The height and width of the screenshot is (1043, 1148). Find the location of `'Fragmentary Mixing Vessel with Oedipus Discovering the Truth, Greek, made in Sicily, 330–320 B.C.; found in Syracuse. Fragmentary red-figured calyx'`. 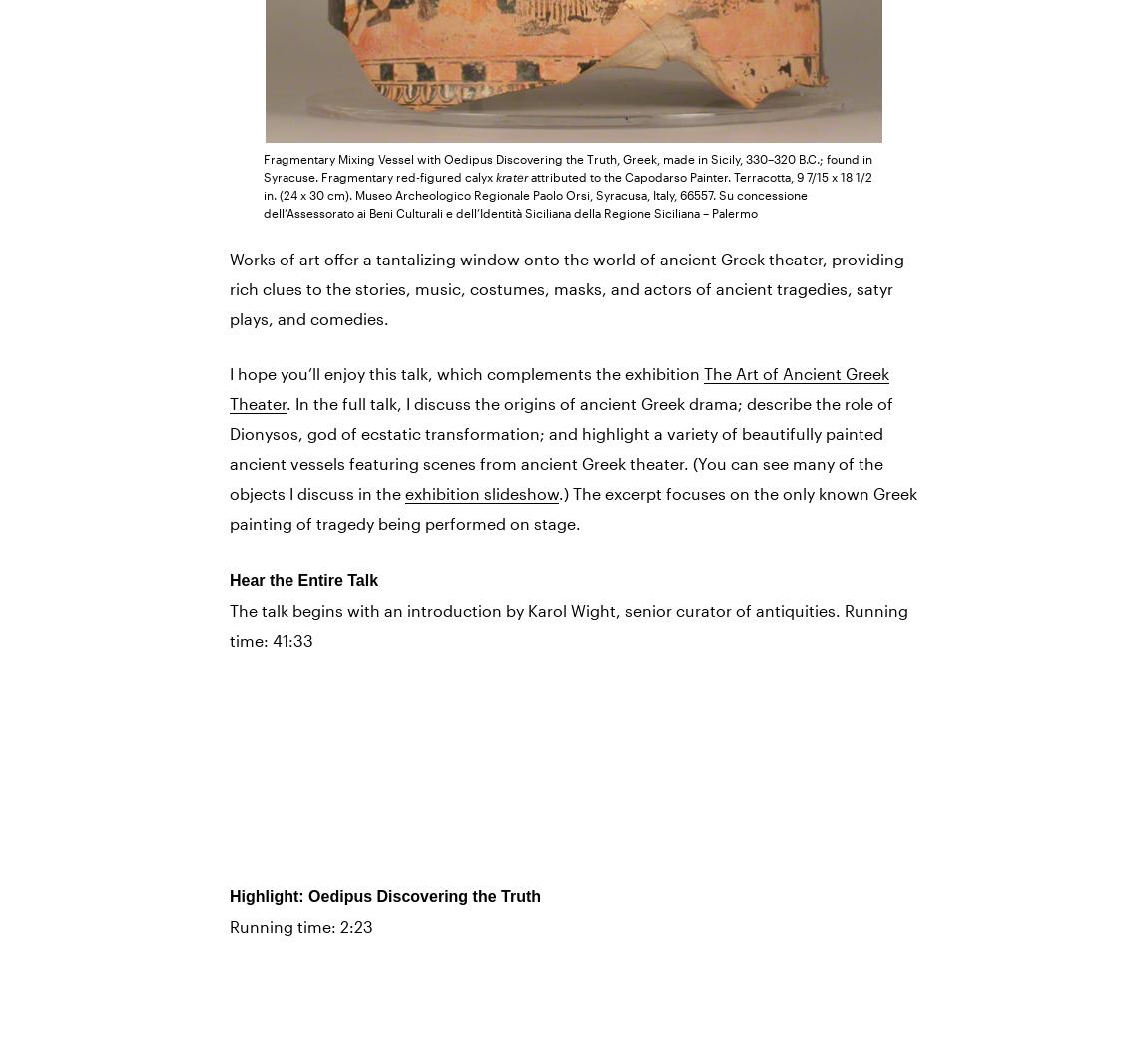

'Fragmentary Mixing Vessel with Oedipus Discovering the Truth, Greek, made in Sicily, 330–320 B.C.; found in Syracuse. Fragmentary red-figured calyx' is located at coordinates (568, 165).